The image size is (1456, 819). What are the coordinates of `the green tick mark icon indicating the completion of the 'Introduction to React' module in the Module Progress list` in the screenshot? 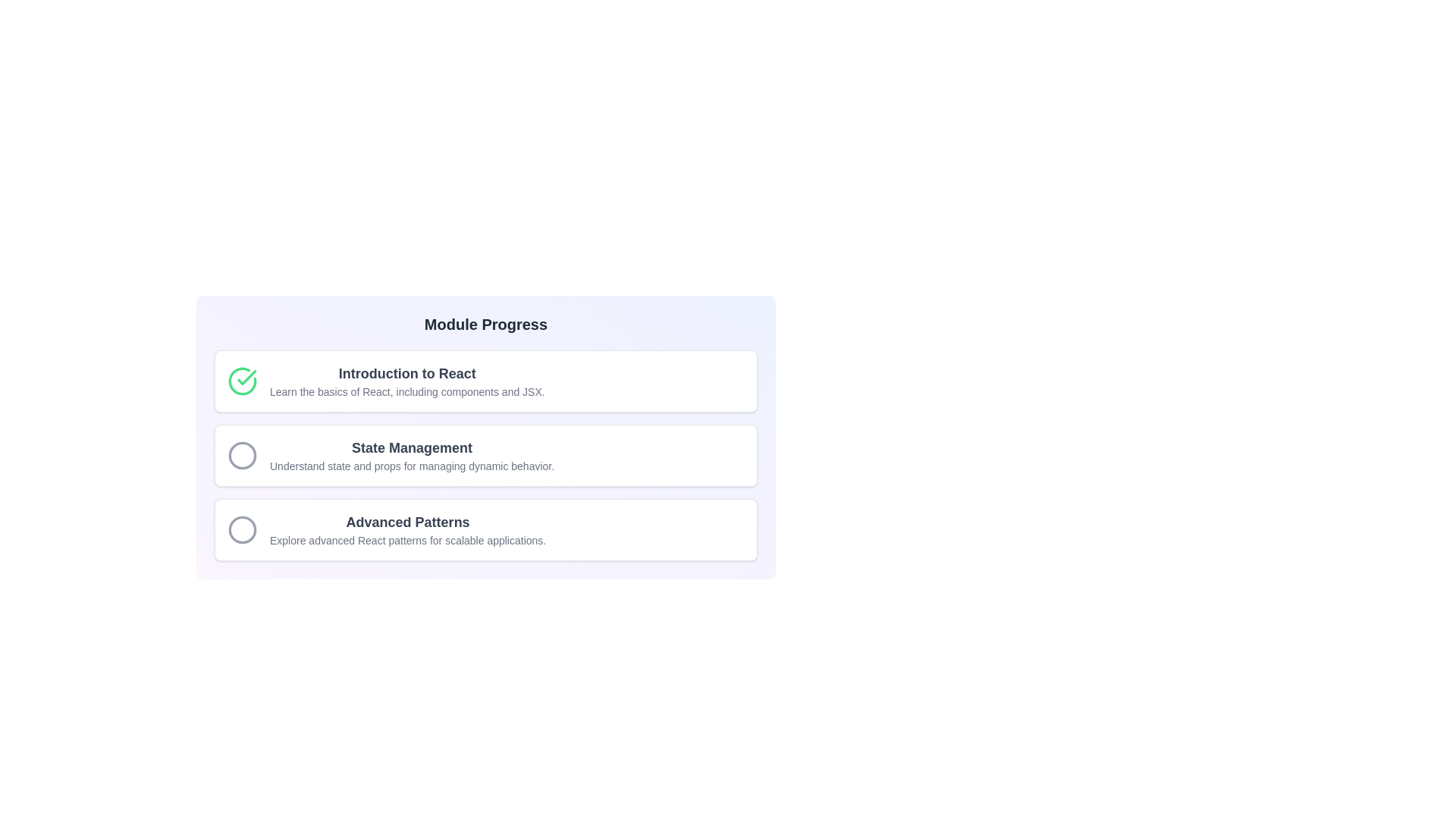 It's located at (246, 376).